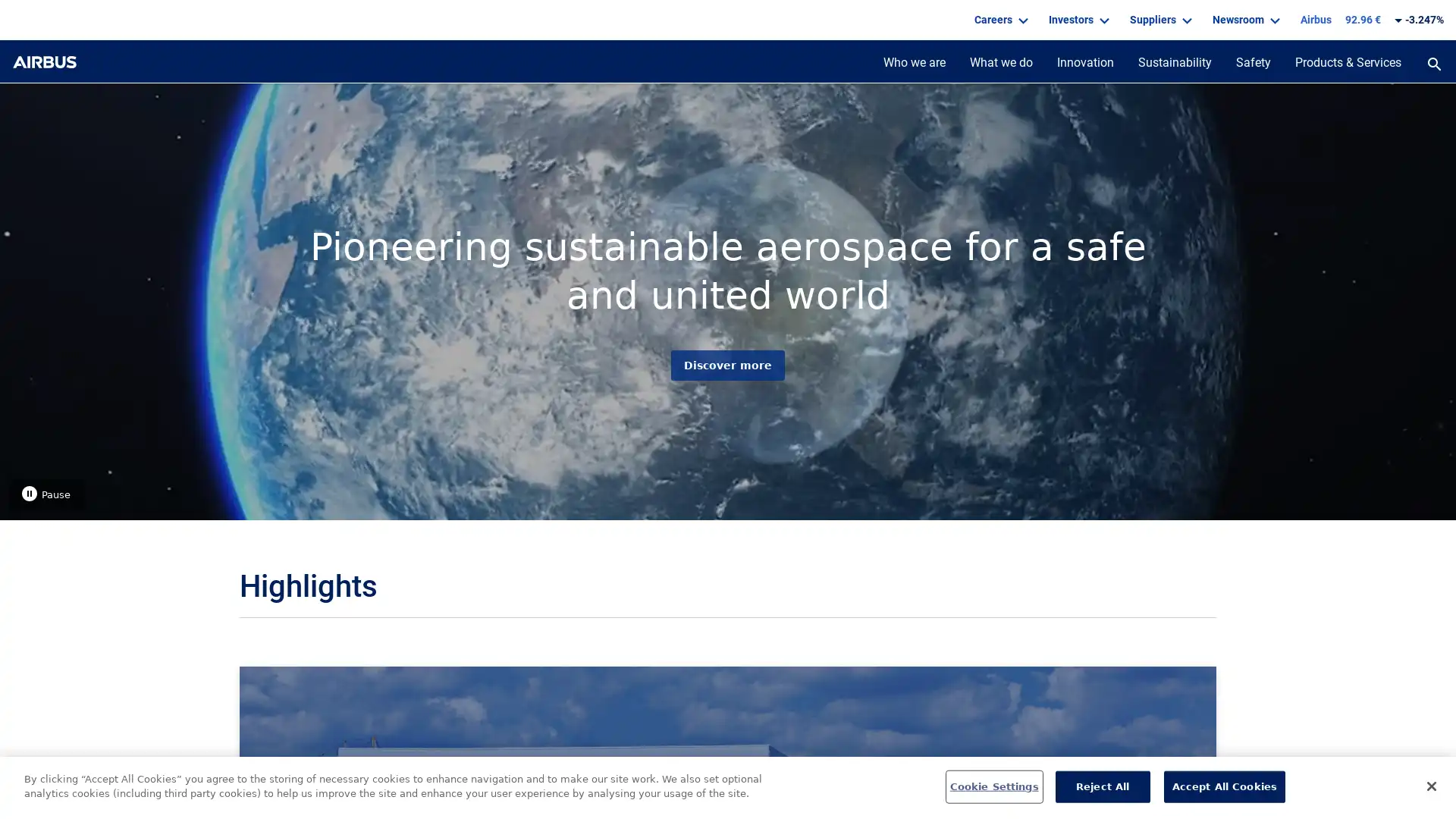  I want to click on Investors, so click(1076, 20).